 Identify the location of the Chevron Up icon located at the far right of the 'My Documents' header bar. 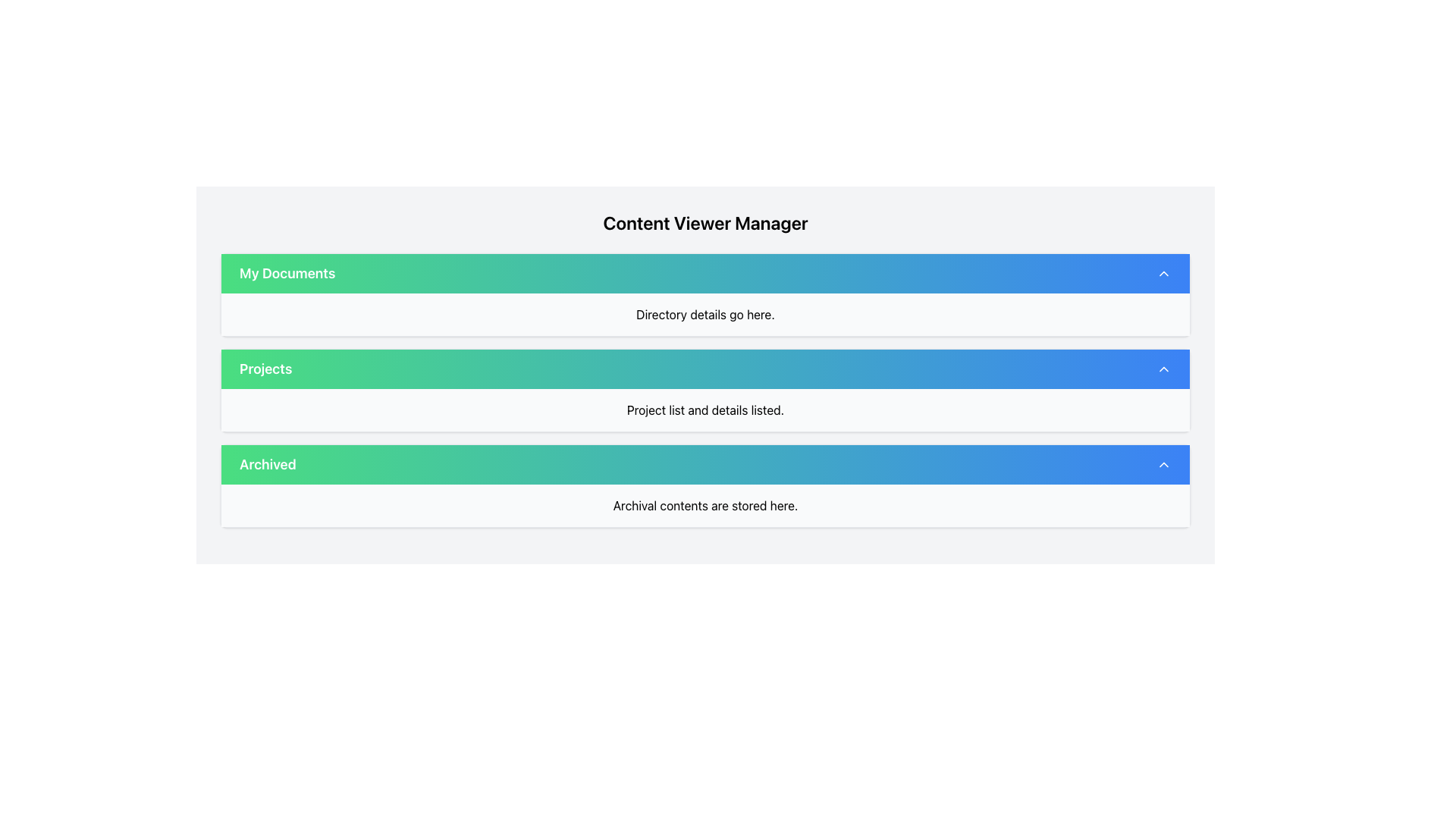
(1163, 274).